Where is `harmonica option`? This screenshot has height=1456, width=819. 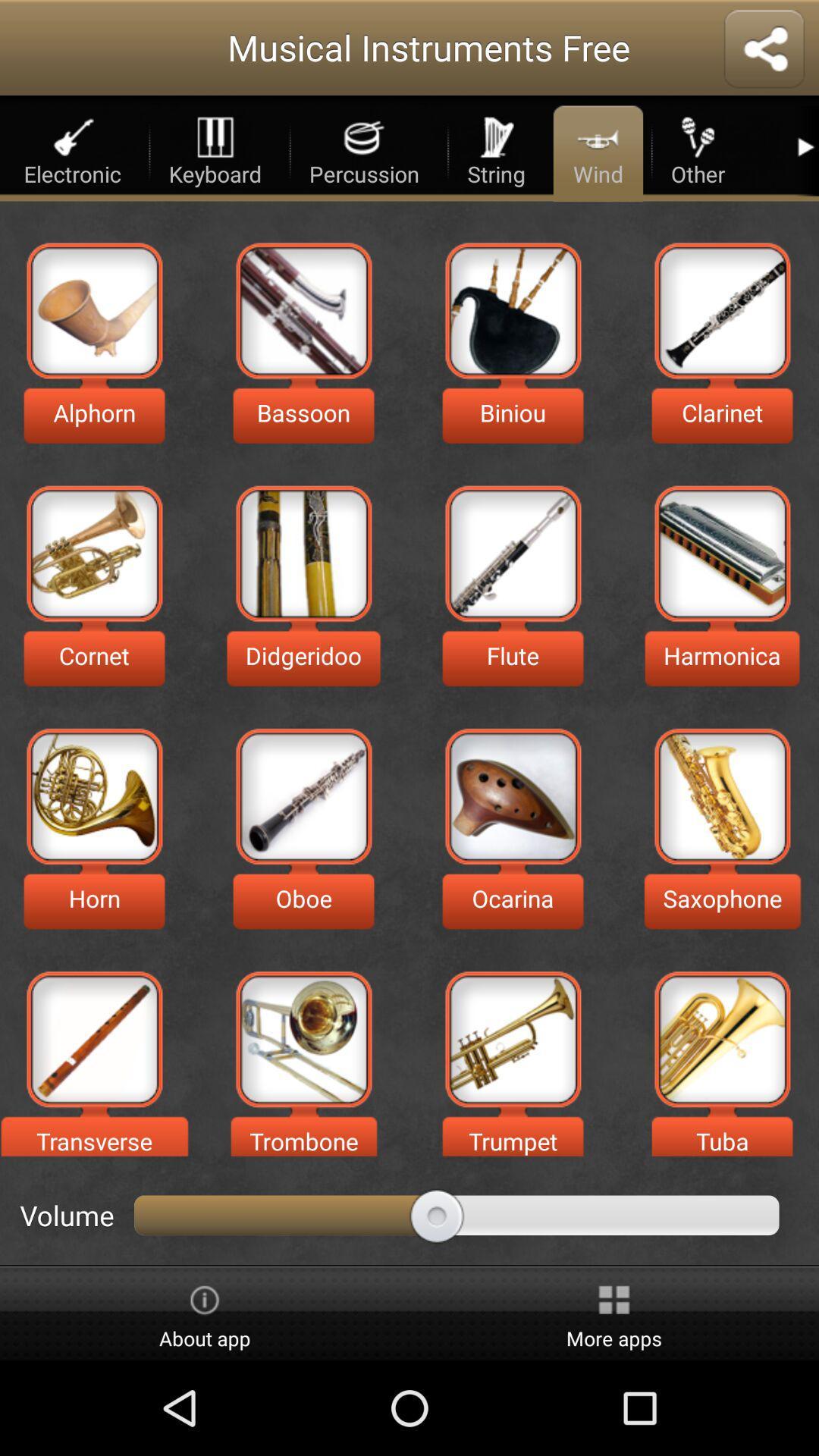
harmonica option is located at coordinates (721, 553).